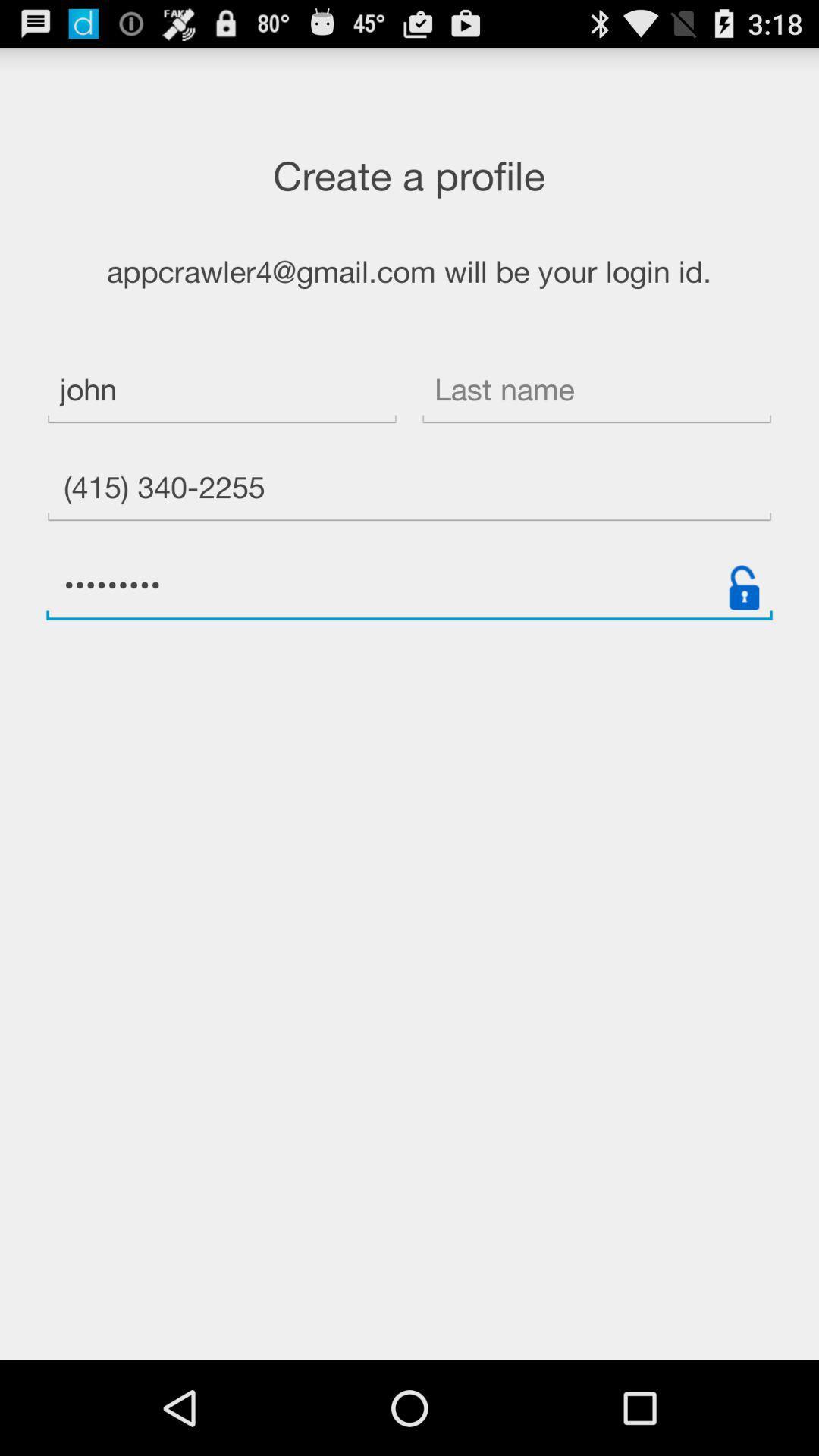 The image size is (819, 1456). I want to click on icon above the (415) 340-2255, so click(596, 392).